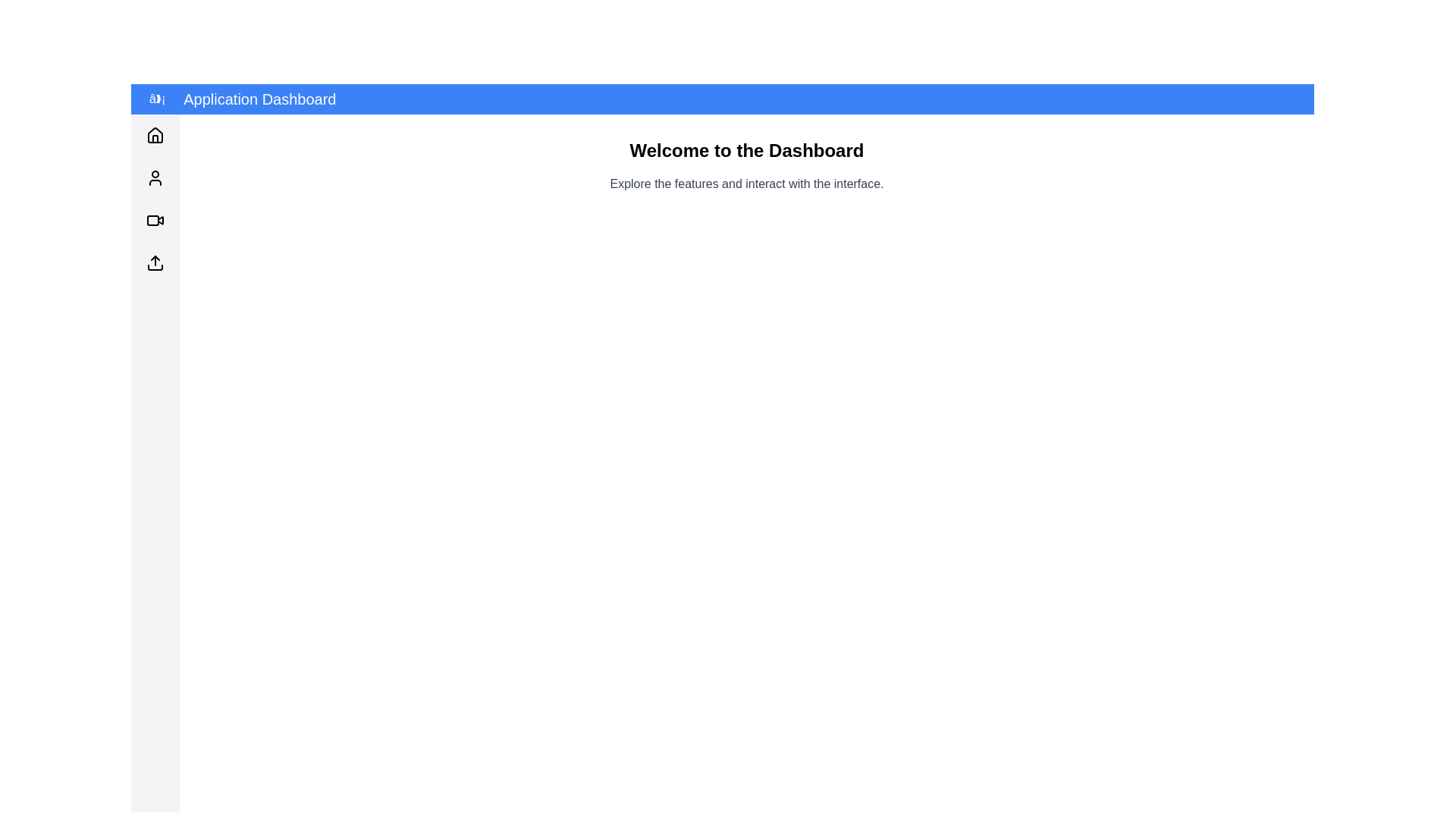  Describe the element at coordinates (259, 99) in the screenshot. I see `the Text label that serves as a title or header for the application interface, located in the top-left section of the header, next to the menu toggle icon (≡)` at that location.